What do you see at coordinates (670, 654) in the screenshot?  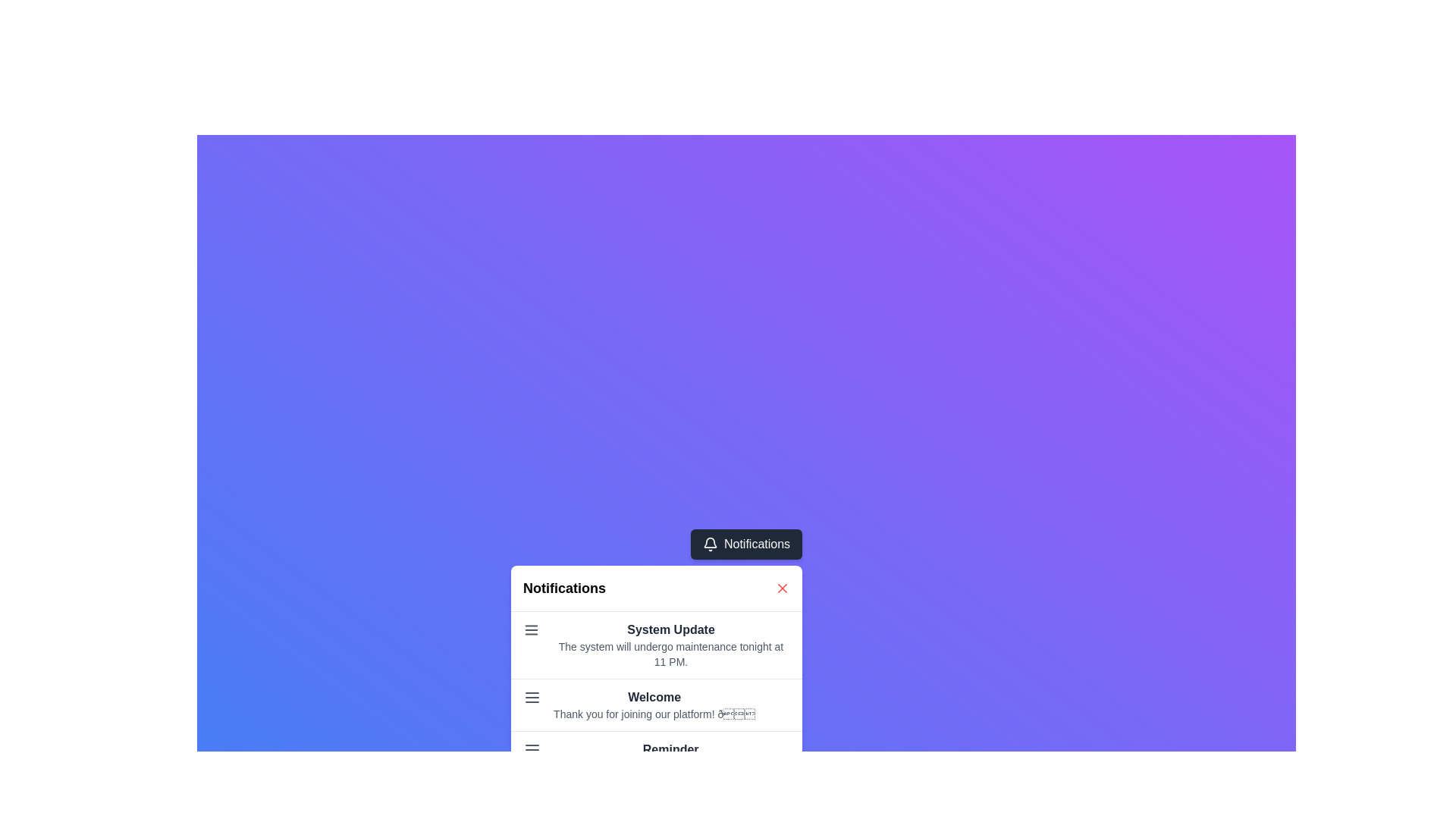 I see `the text label displaying the message 'The system will undergo maintenance tonight at 11 PM.' which is styled in a smaller, gray font and is positioned directly beneath the bolded title 'System Update' within the notification card` at bounding box center [670, 654].